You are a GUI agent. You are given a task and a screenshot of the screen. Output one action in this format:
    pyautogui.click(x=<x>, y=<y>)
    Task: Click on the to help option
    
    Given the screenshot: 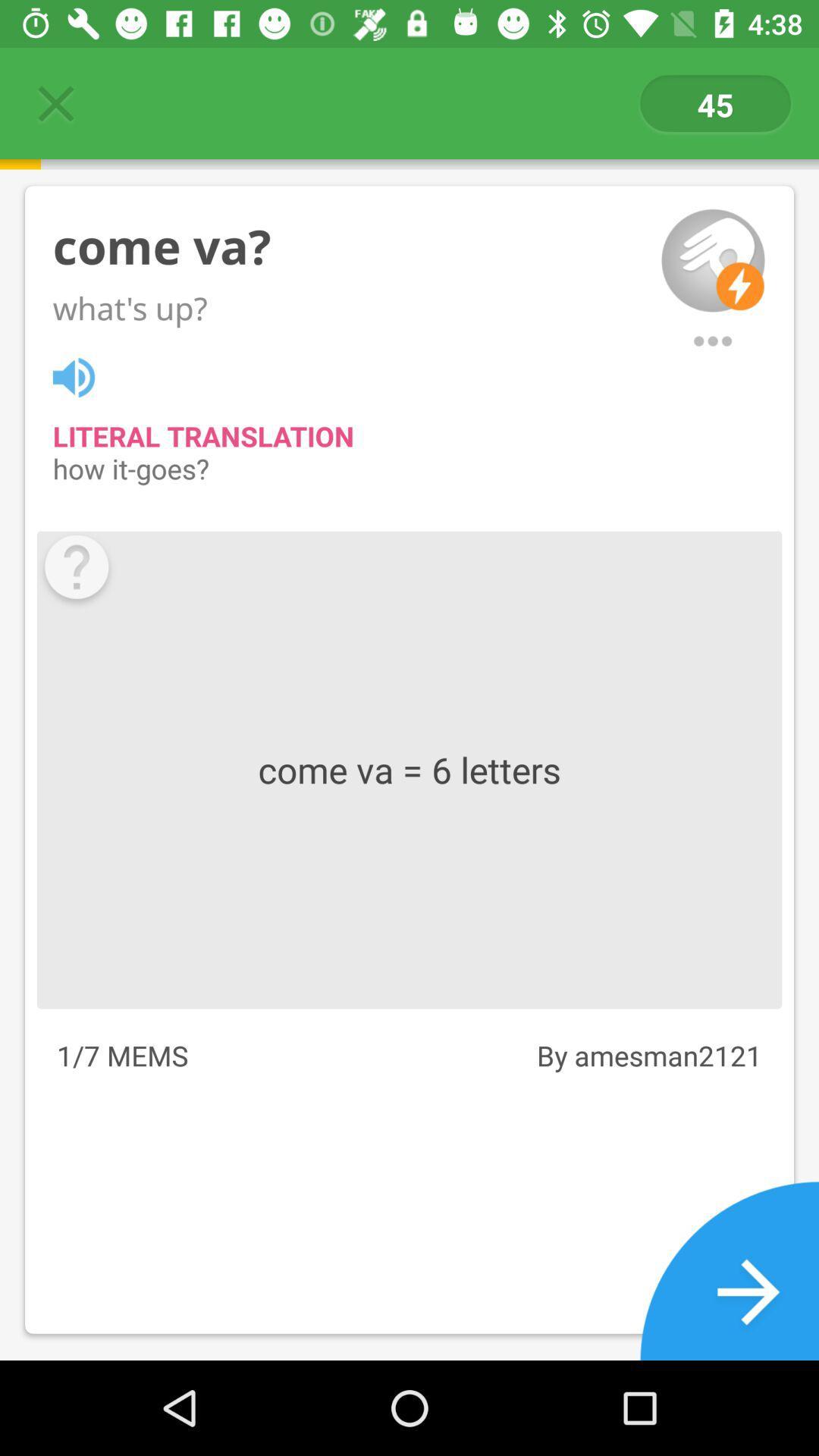 What is the action you would take?
    pyautogui.click(x=77, y=570)
    